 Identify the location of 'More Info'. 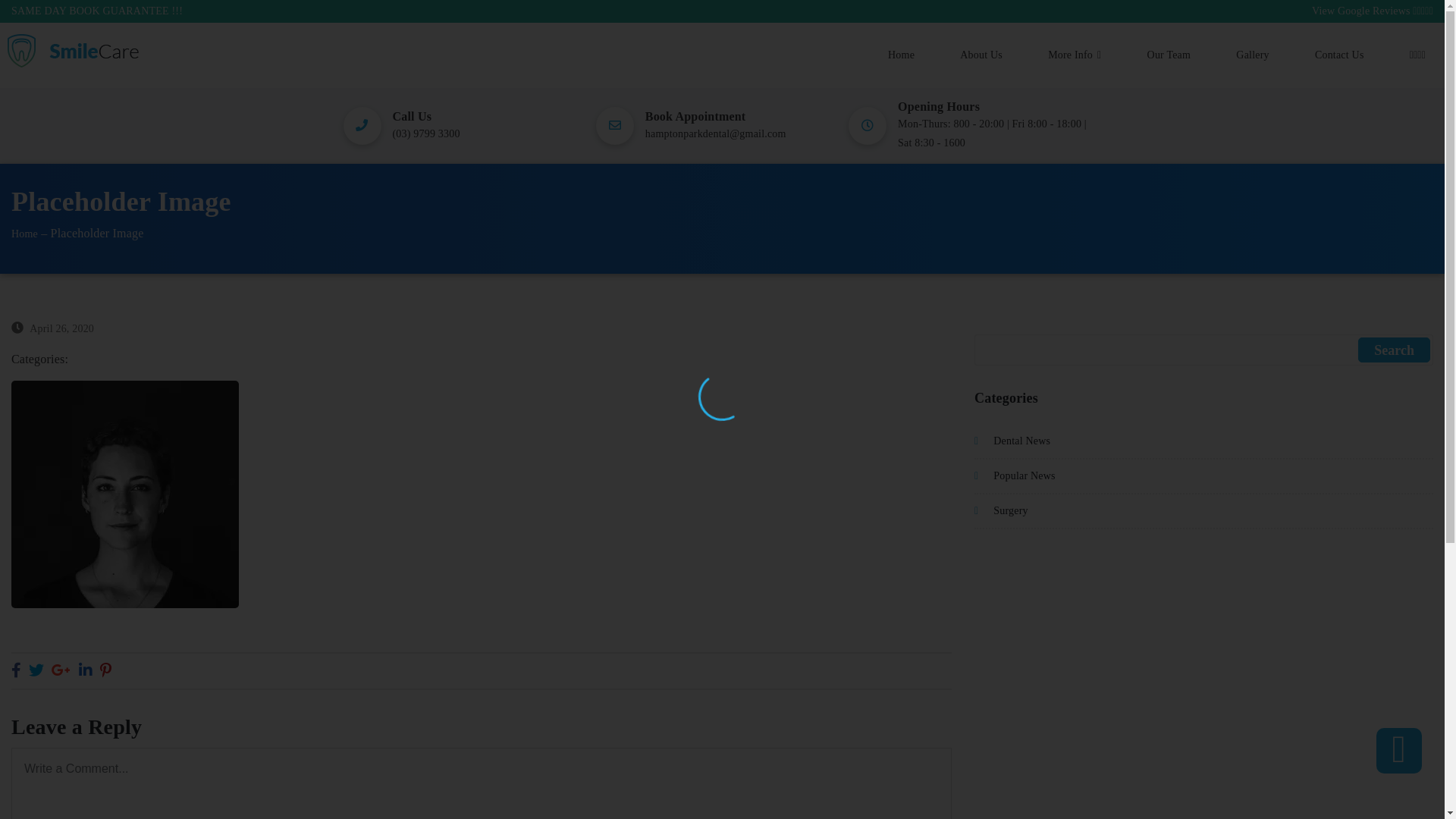
(1073, 54).